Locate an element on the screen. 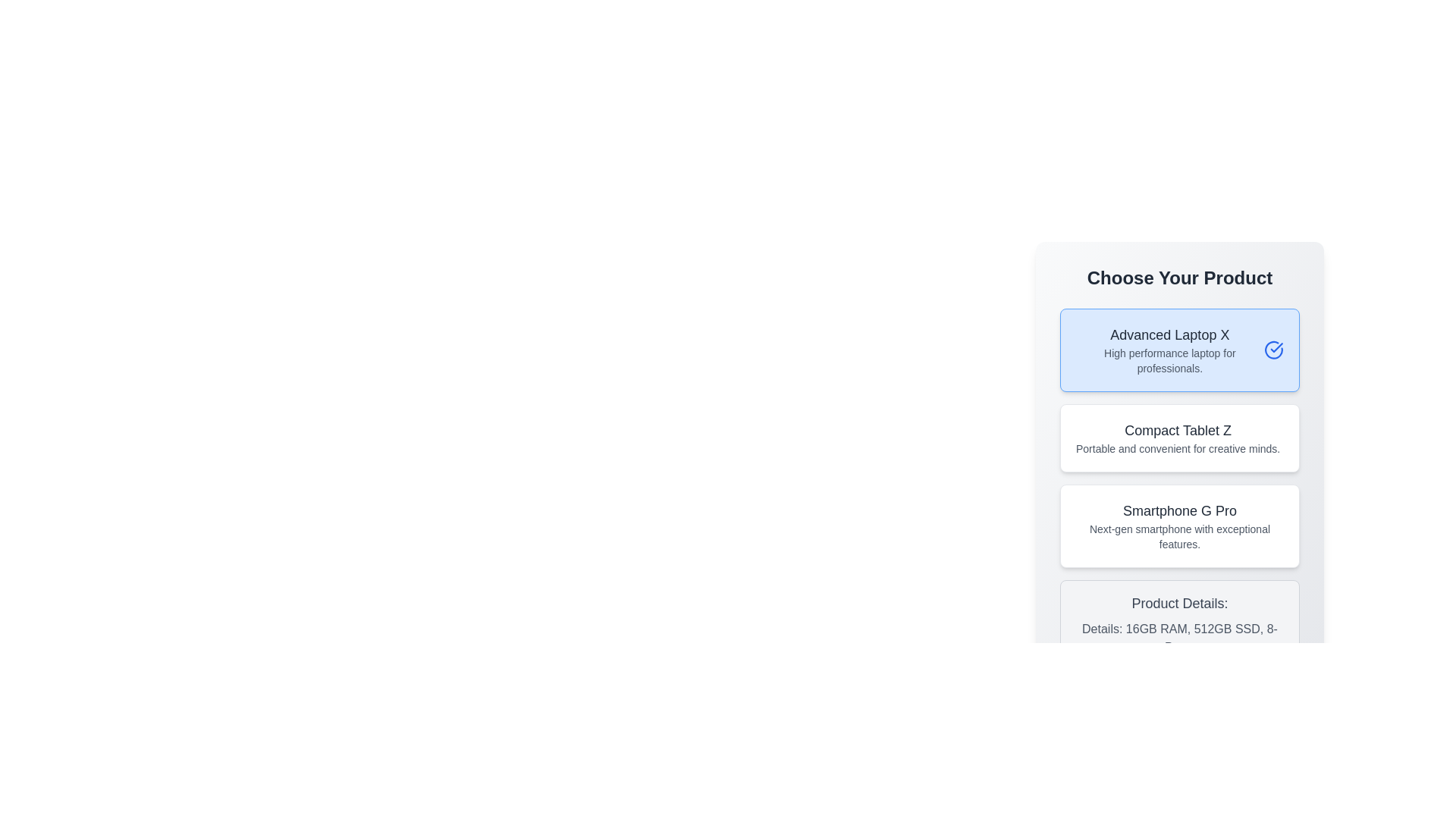 Image resolution: width=1456 pixels, height=819 pixels. text label and description for the product 'Compact Tablet Z' located on the second product card in a vertical list of selectable cards is located at coordinates (1177, 438).